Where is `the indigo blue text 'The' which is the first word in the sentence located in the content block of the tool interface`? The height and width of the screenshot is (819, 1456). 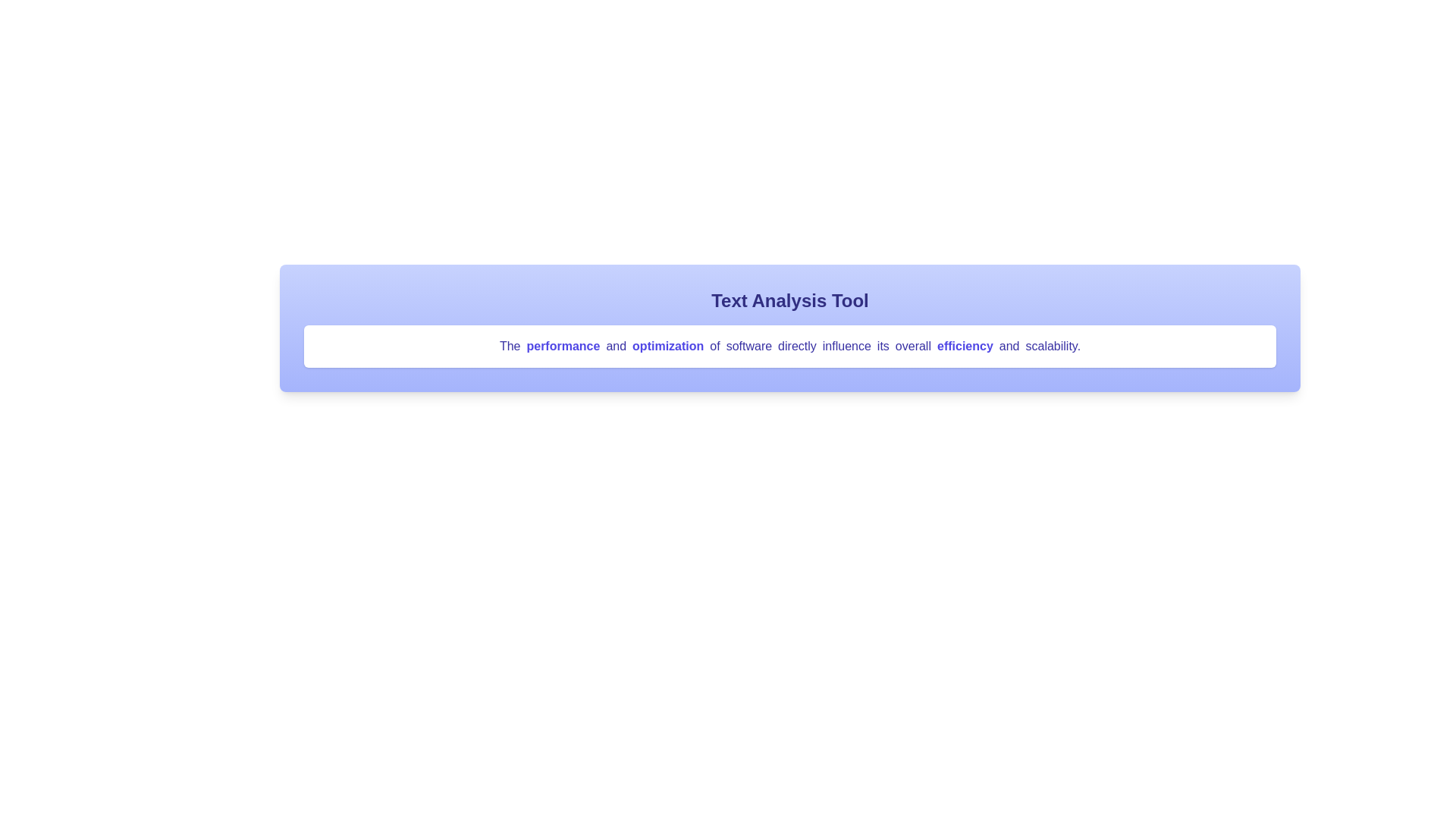
the indigo blue text 'The' which is the first word in the sentence located in the content block of the tool interface is located at coordinates (510, 346).